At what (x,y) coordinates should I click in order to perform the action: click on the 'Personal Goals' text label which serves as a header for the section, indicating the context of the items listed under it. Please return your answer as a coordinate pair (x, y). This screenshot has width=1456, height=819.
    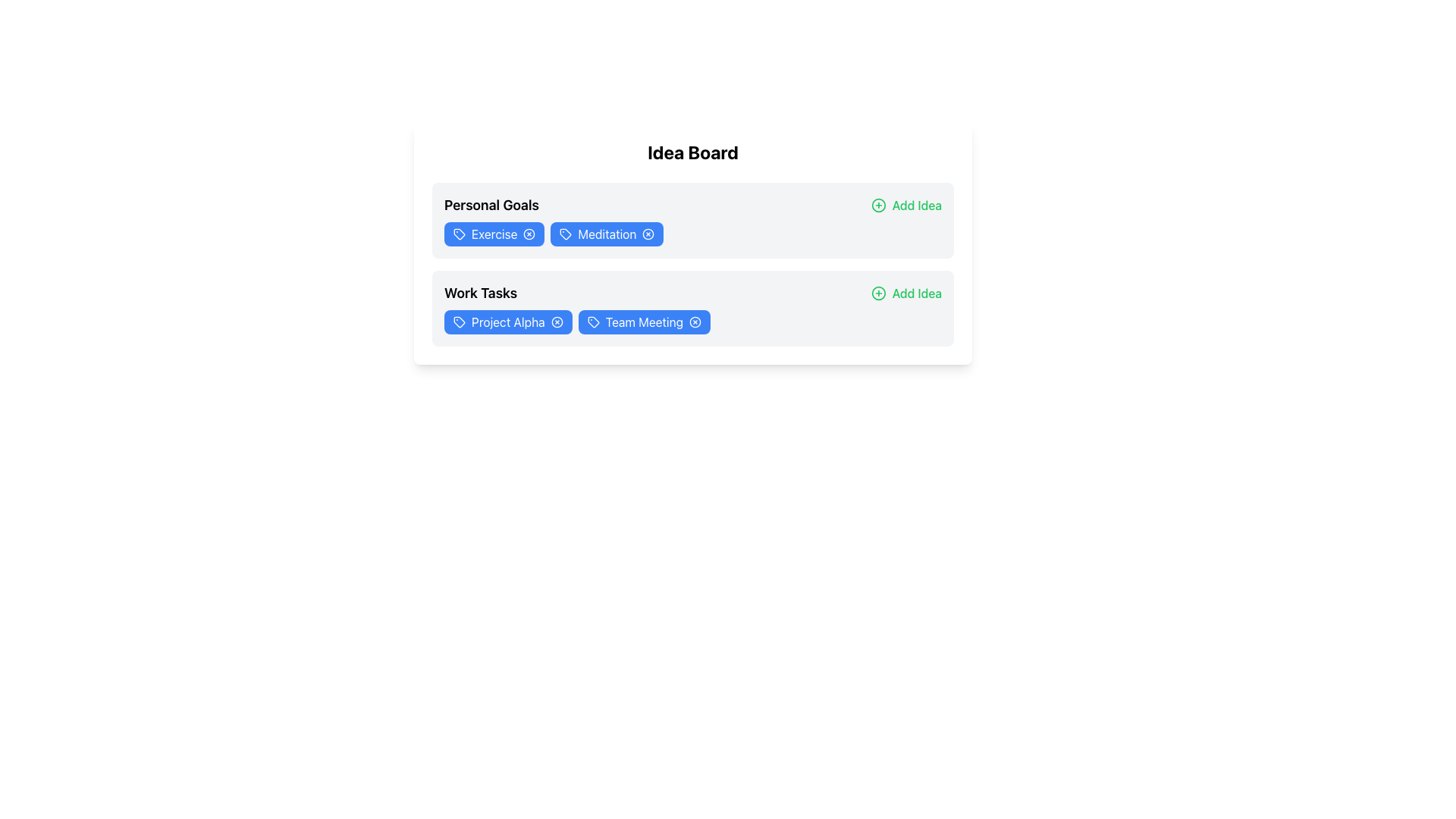
    Looking at the image, I should click on (491, 205).